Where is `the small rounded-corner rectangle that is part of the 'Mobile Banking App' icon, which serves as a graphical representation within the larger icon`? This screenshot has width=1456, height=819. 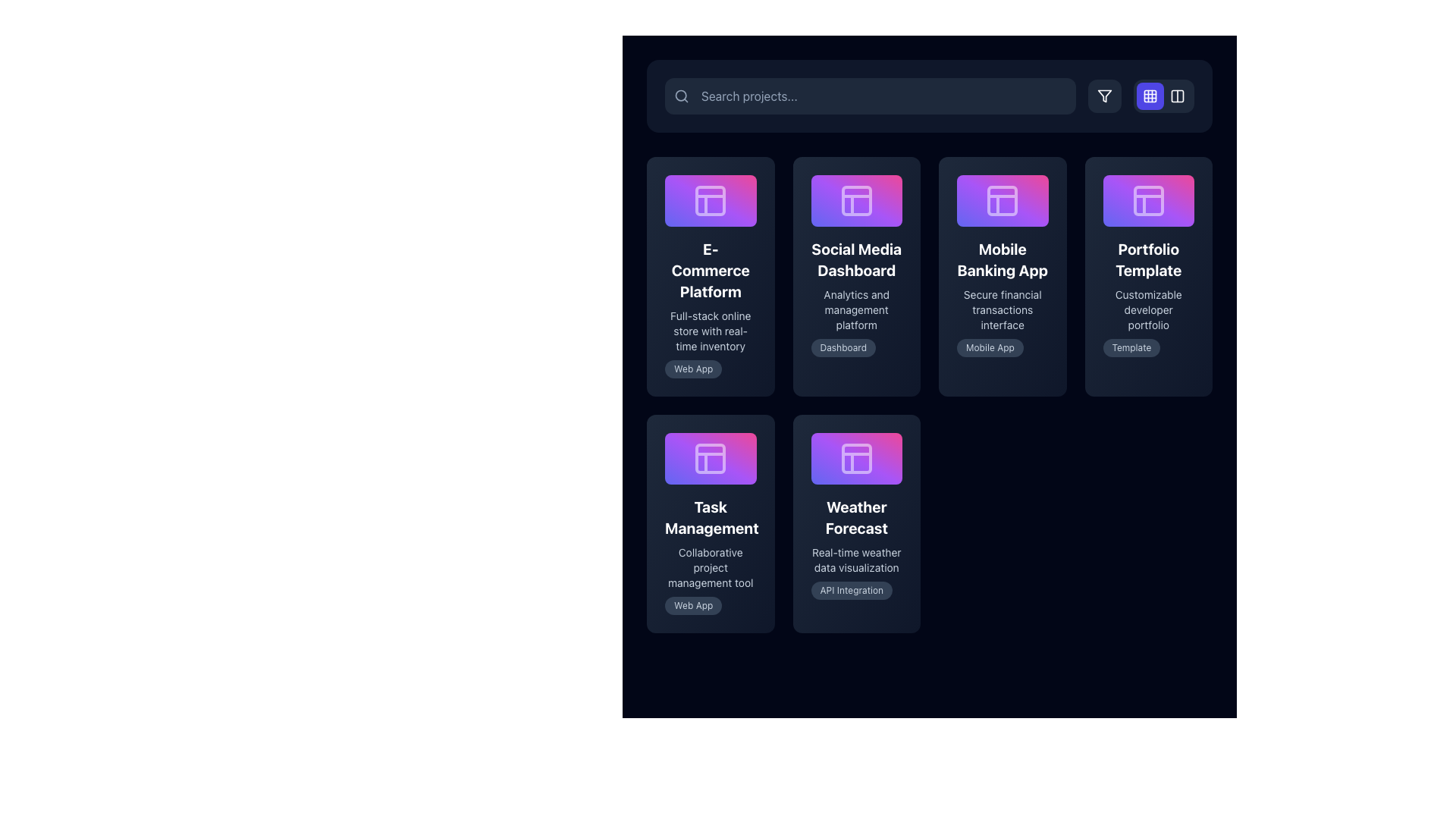
the small rounded-corner rectangle that is part of the 'Mobile Banking App' icon, which serves as a graphical representation within the larger icon is located at coordinates (1003, 199).